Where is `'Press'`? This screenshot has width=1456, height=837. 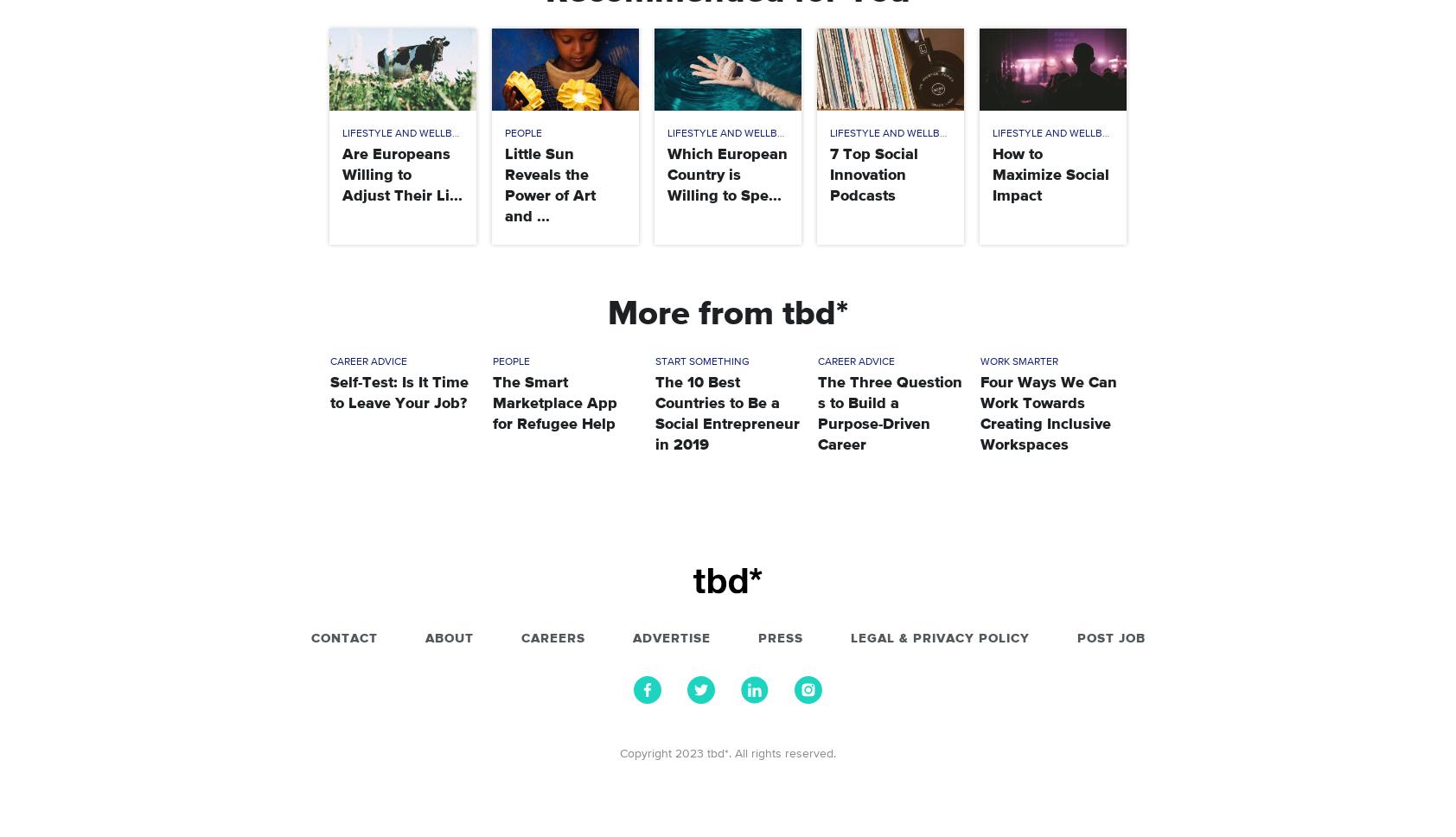 'Press' is located at coordinates (757, 638).